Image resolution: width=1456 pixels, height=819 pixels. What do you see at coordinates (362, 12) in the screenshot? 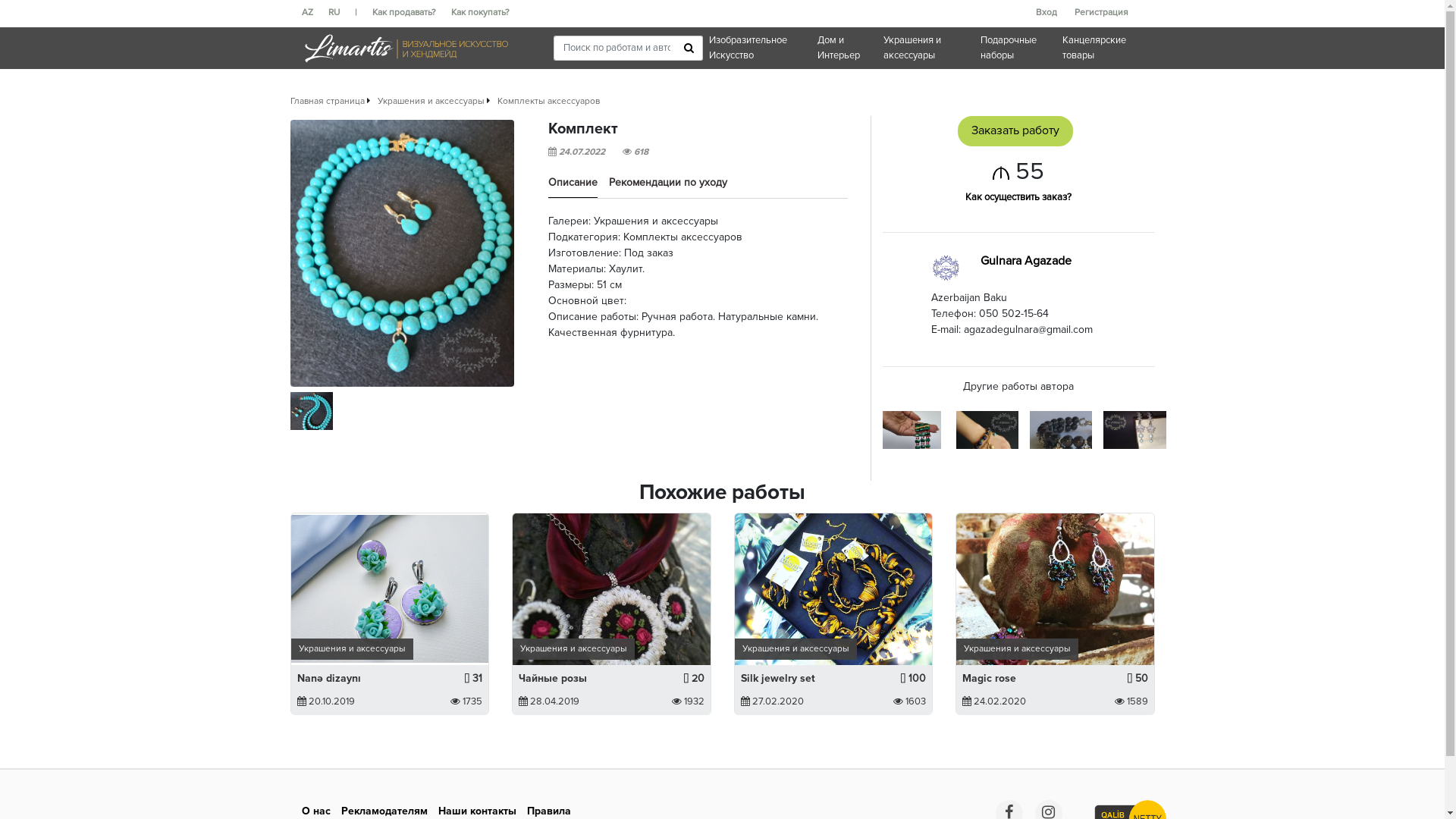
I see `'|'` at bounding box center [362, 12].